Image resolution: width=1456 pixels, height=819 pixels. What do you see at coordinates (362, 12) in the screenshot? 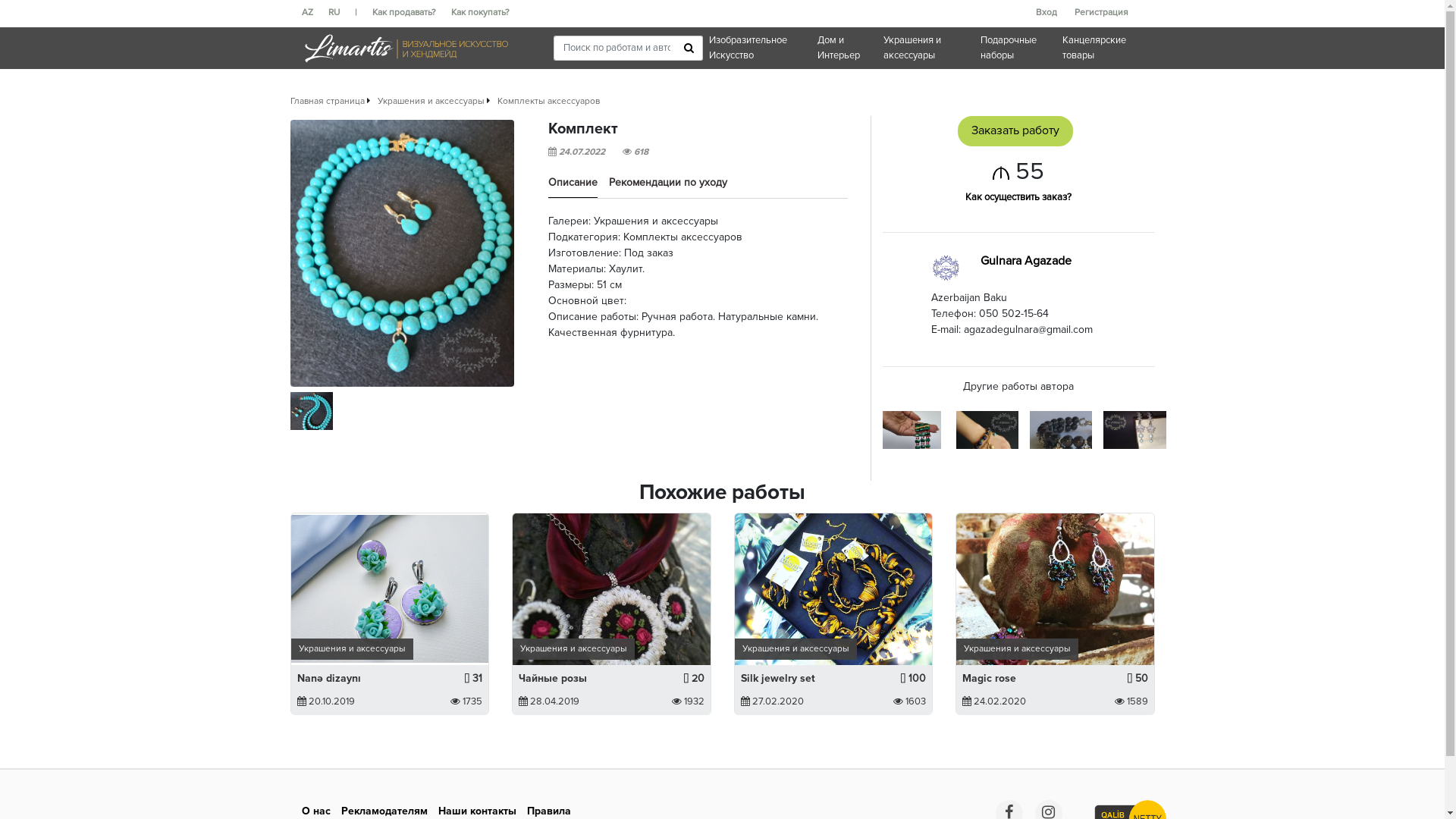
I see `'|'` at bounding box center [362, 12].